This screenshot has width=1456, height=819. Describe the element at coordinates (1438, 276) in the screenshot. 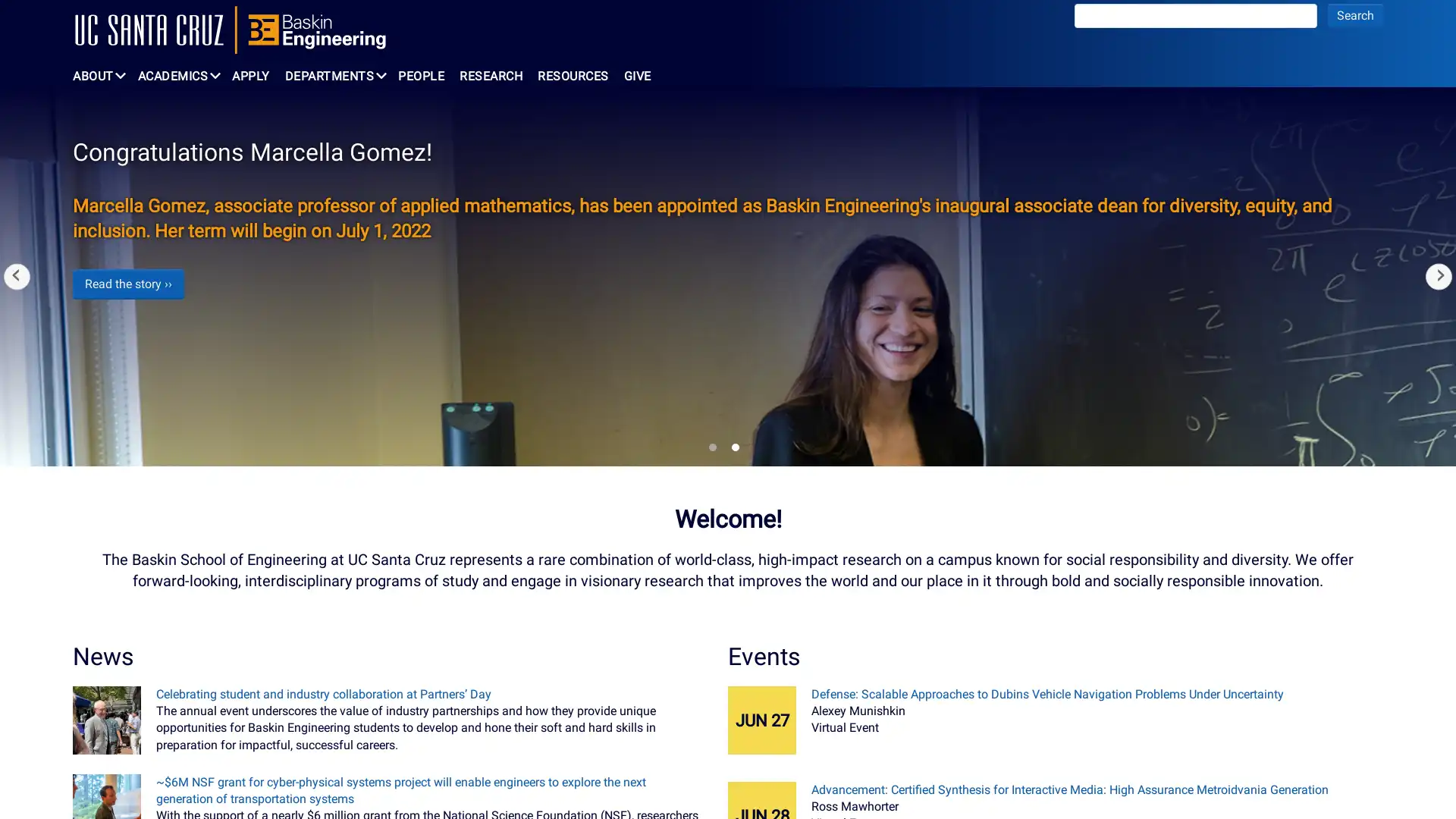

I see `Next` at that location.